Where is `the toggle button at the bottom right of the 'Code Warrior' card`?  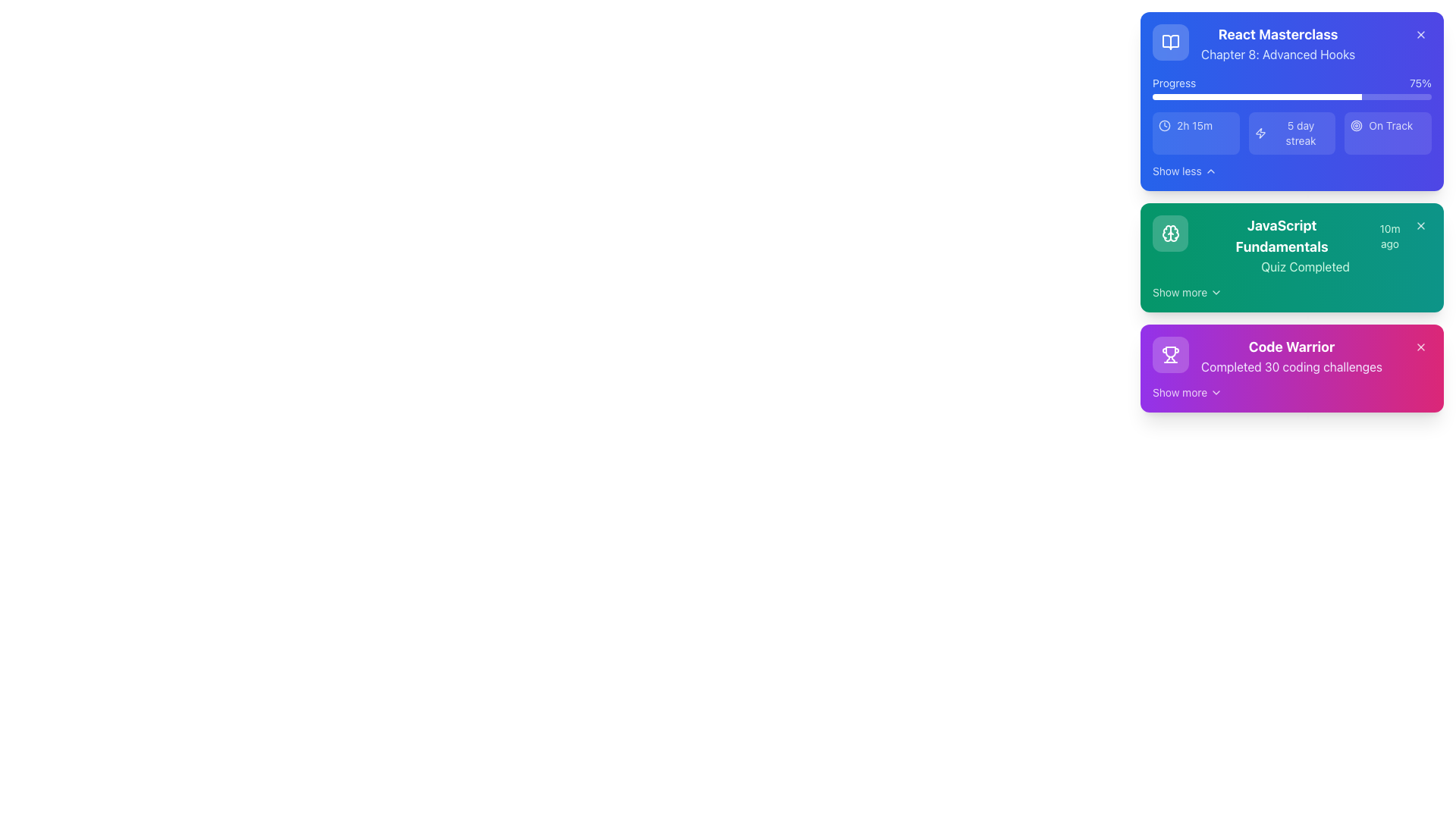
the toggle button at the bottom right of the 'Code Warrior' card is located at coordinates (1187, 391).